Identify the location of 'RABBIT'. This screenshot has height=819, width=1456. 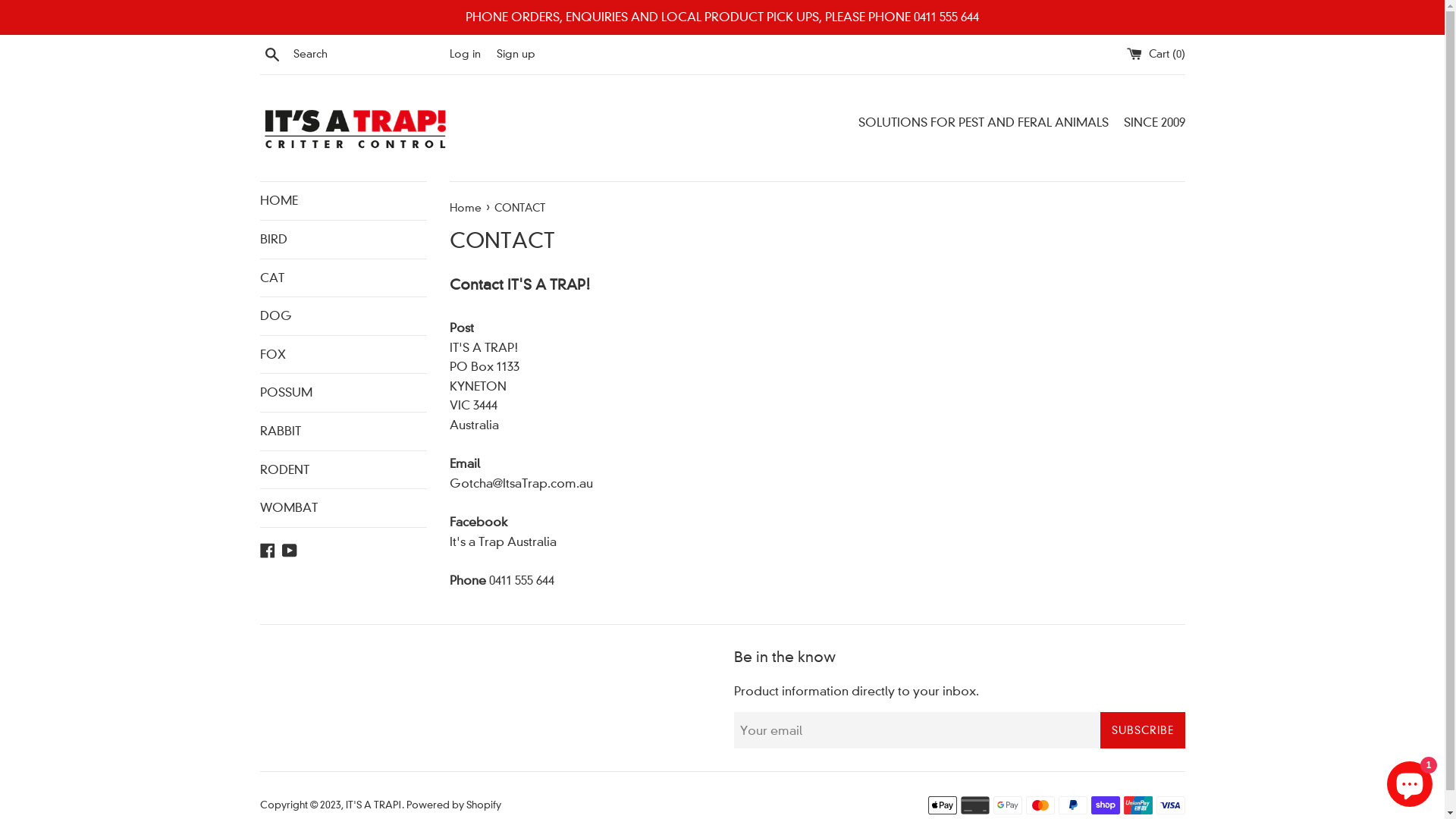
(259, 431).